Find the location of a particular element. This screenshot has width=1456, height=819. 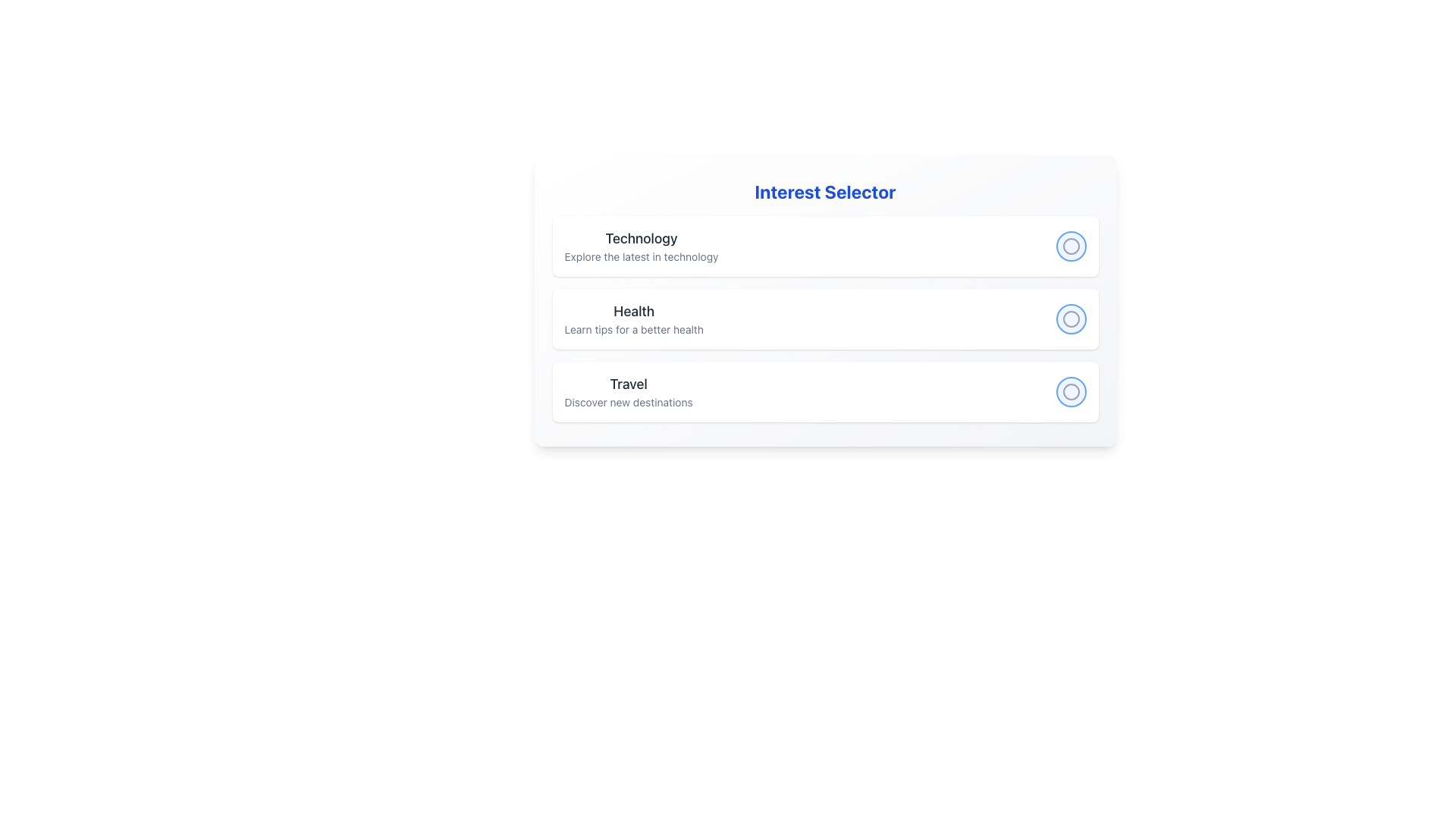

text label that says 'Discover new destinations', which is styled in gray and positioned beneath the 'Travel' heading in the vertical list of options is located at coordinates (629, 402).